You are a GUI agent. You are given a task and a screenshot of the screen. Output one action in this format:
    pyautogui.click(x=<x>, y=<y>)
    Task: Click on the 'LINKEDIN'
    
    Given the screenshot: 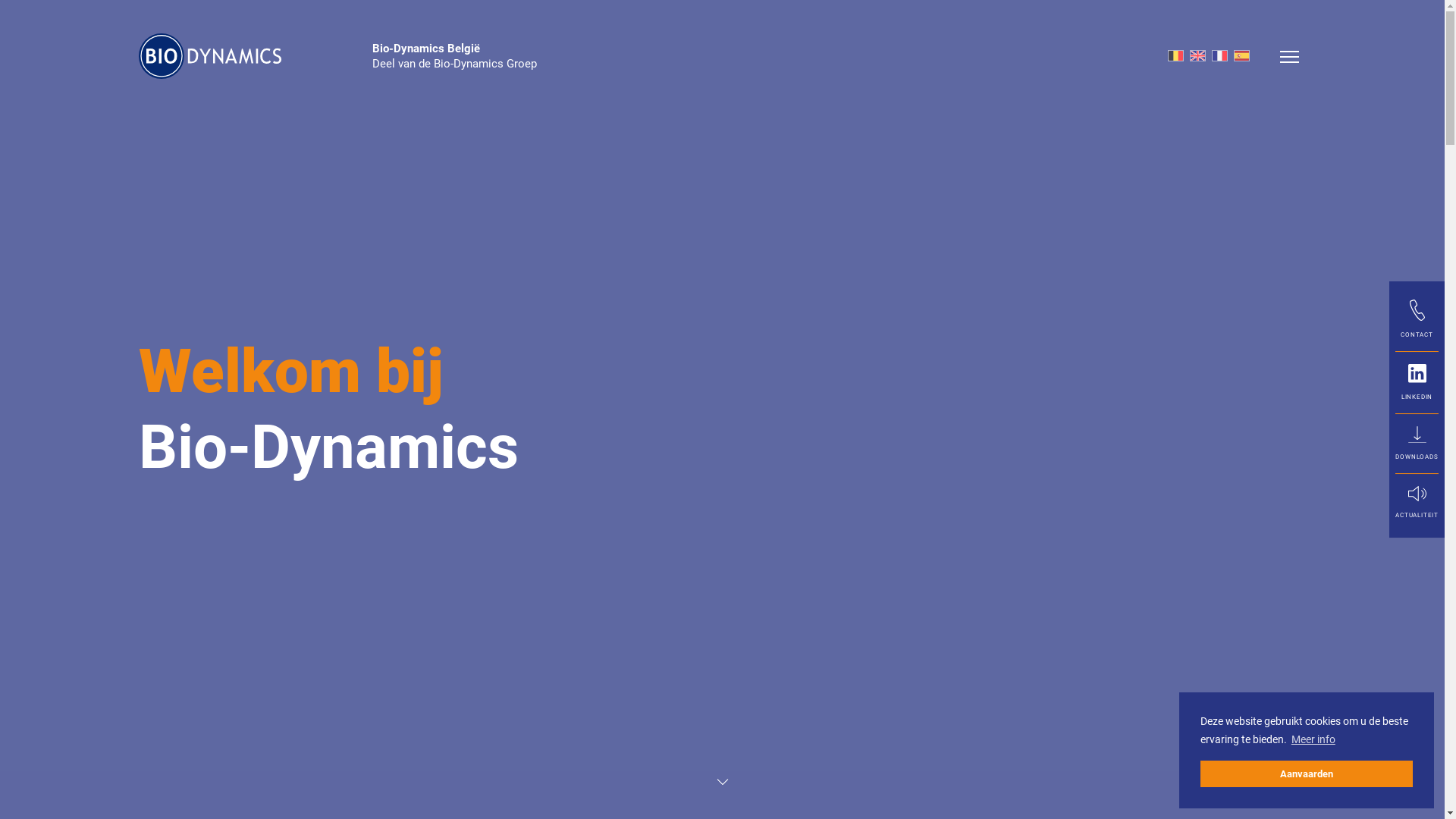 What is the action you would take?
    pyautogui.click(x=1416, y=381)
    